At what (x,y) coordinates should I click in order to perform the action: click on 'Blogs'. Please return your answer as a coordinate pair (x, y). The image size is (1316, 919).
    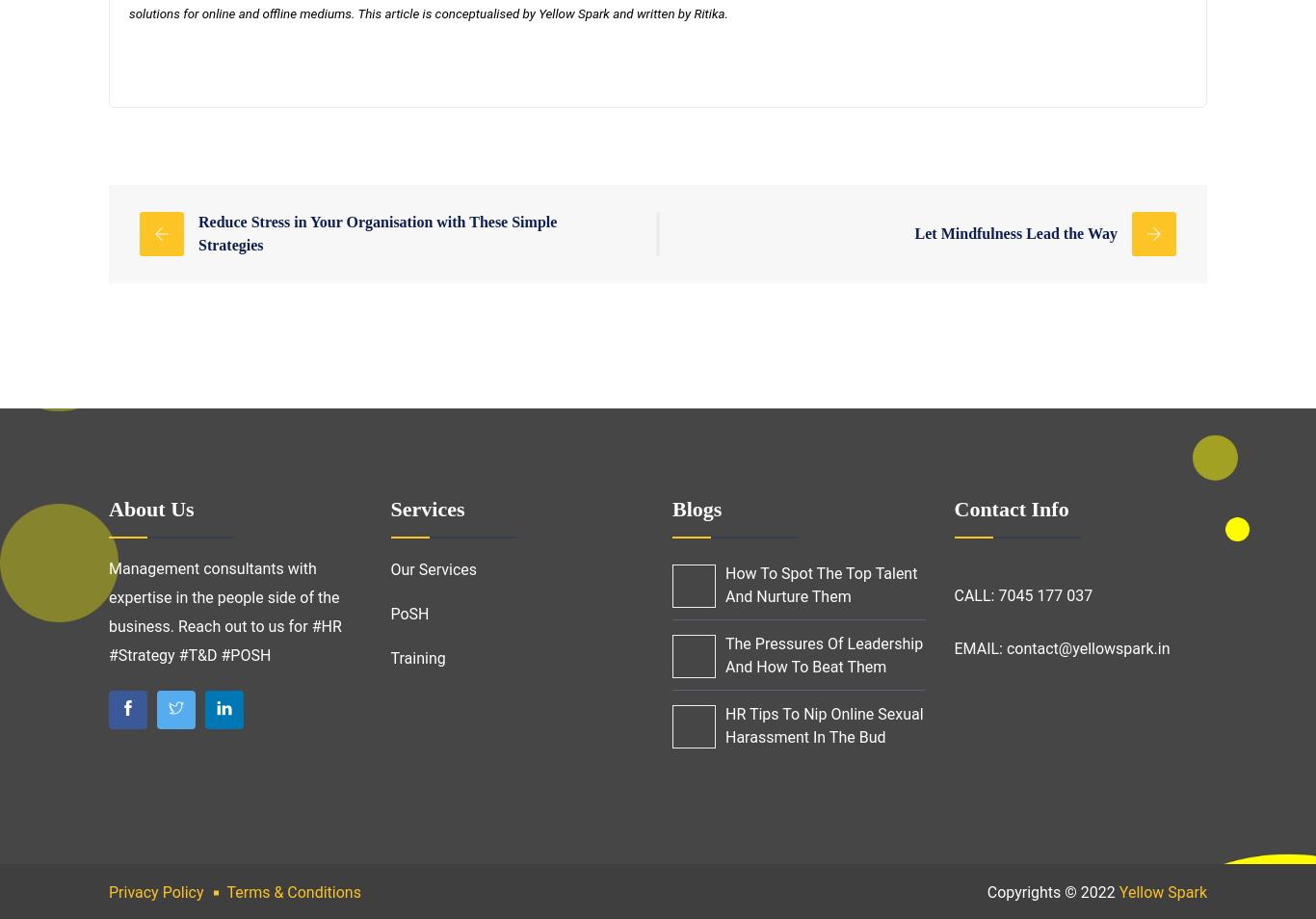
    Looking at the image, I should click on (697, 508).